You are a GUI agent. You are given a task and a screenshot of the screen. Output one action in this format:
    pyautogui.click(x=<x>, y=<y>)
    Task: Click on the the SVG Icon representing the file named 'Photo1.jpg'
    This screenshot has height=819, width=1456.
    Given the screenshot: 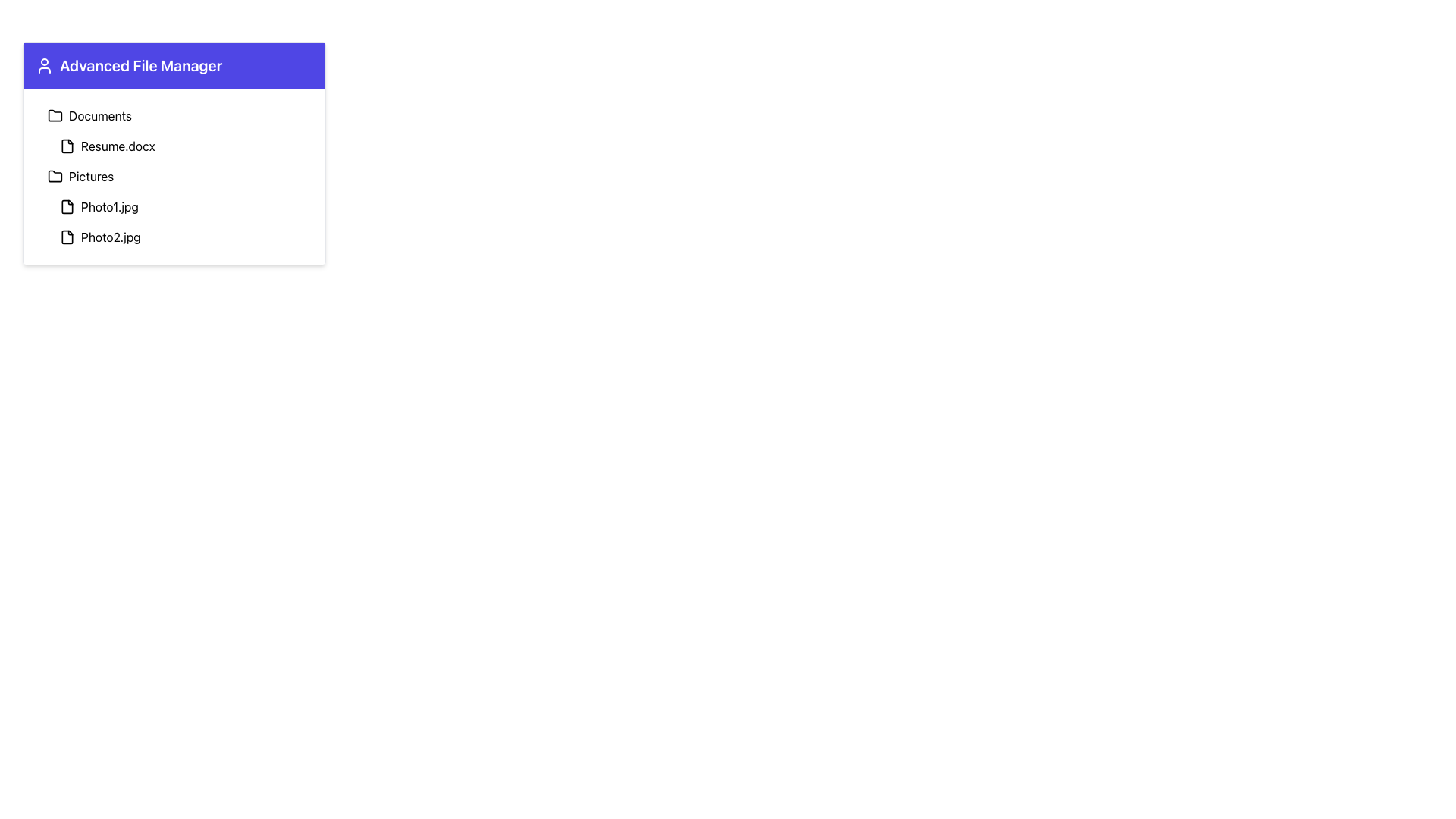 What is the action you would take?
    pyautogui.click(x=67, y=207)
    